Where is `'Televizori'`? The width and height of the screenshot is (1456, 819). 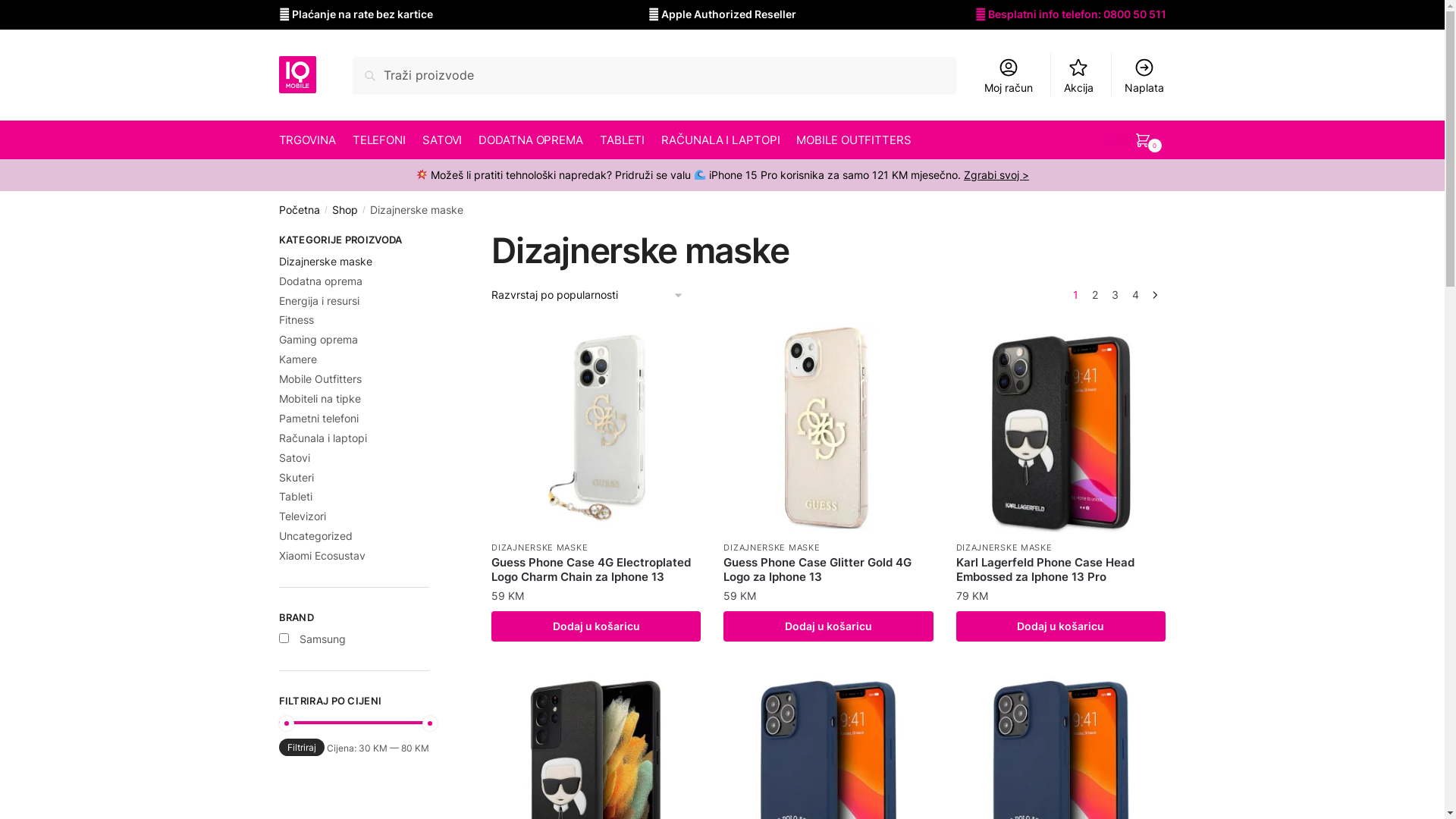
'Televizori' is located at coordinates (279, 515).